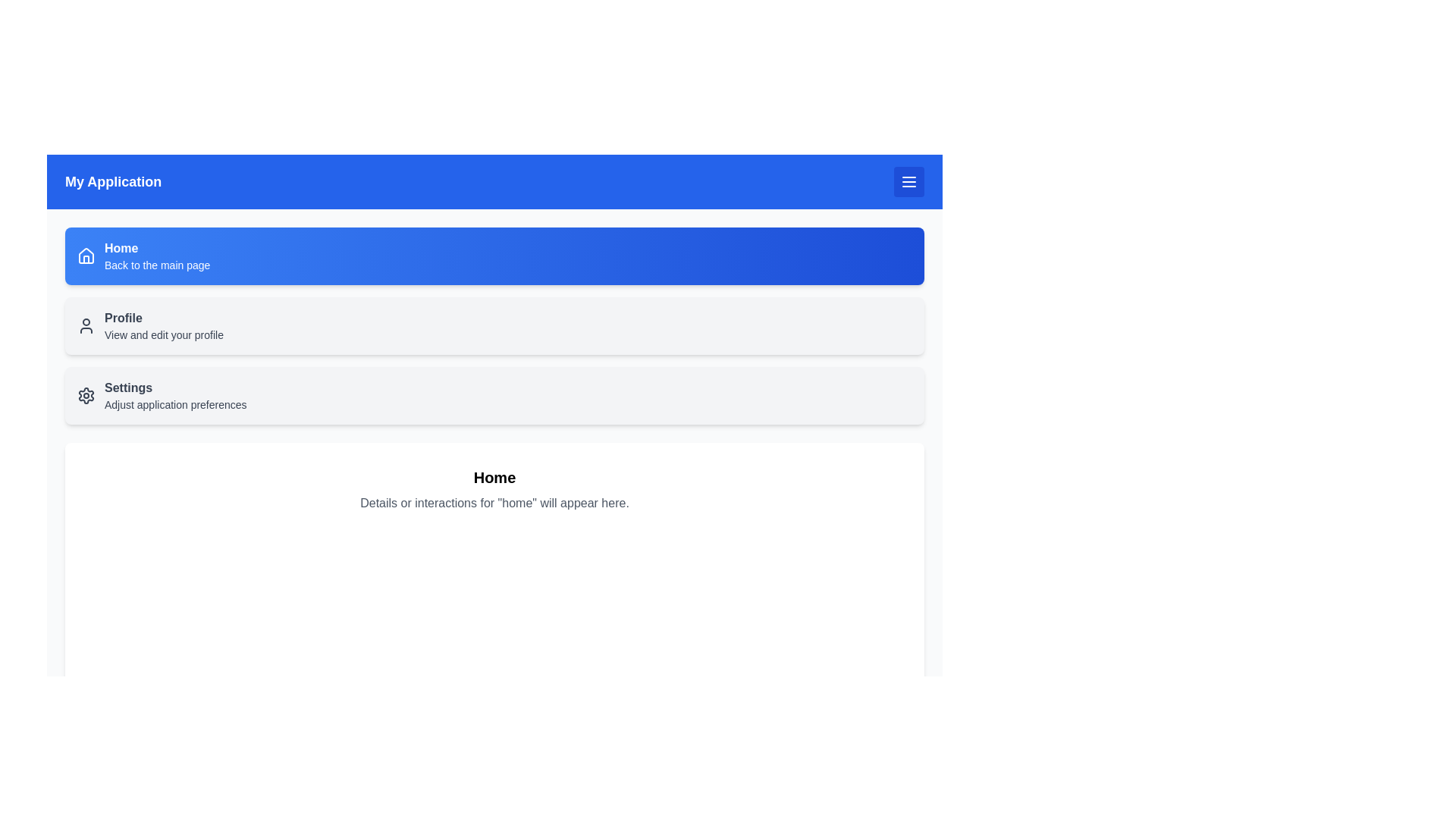  Describe the element at coordinates (157, 265) in the screenshot. I see `the informational text that reads 'Back to the main page', which is positioned below the 'Home' label in the navigation panel` at that location.